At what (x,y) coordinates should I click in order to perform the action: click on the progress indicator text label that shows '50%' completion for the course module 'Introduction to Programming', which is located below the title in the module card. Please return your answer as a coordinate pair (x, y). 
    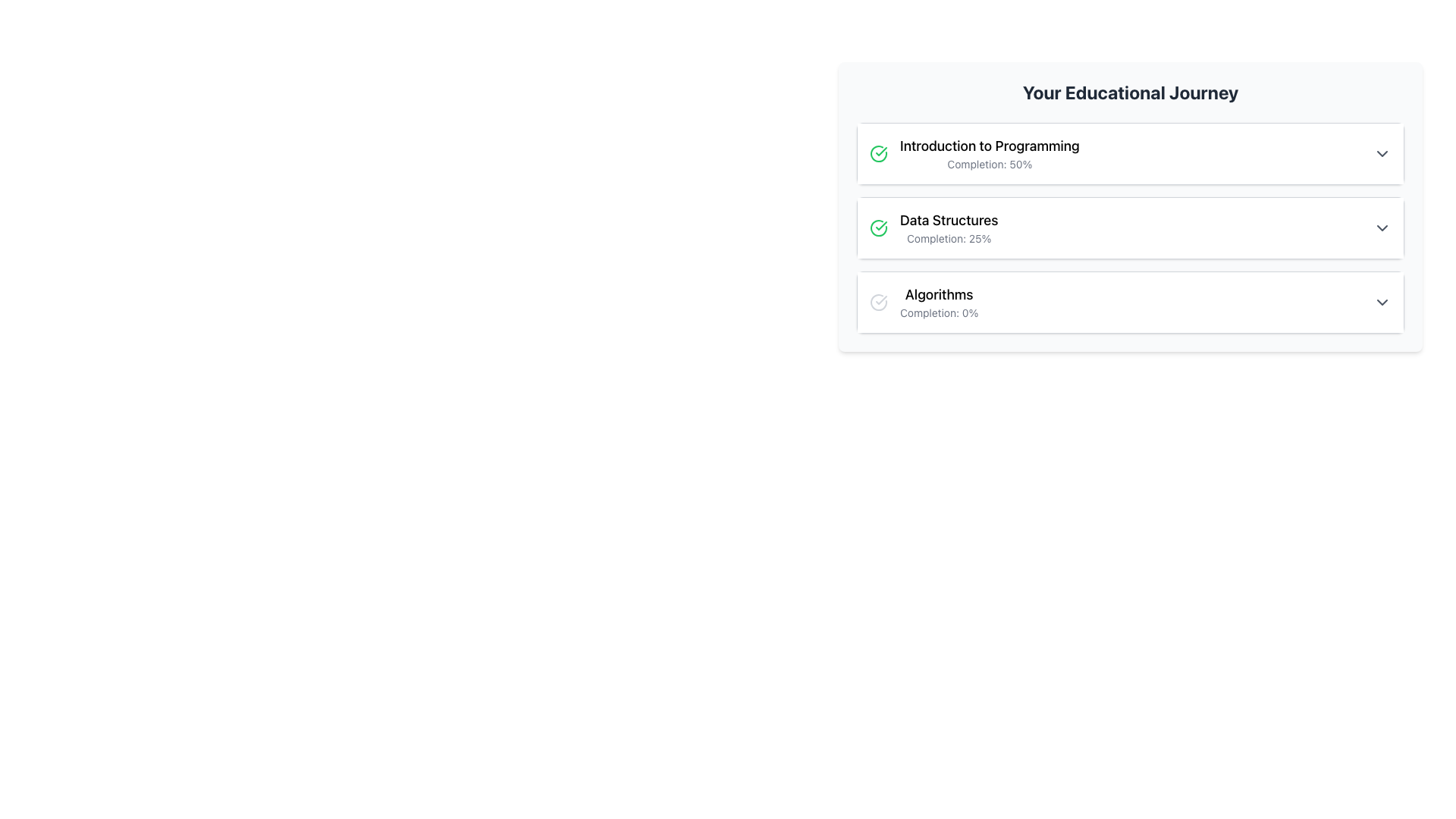
    Looking at the image, I should click on (990, 164).